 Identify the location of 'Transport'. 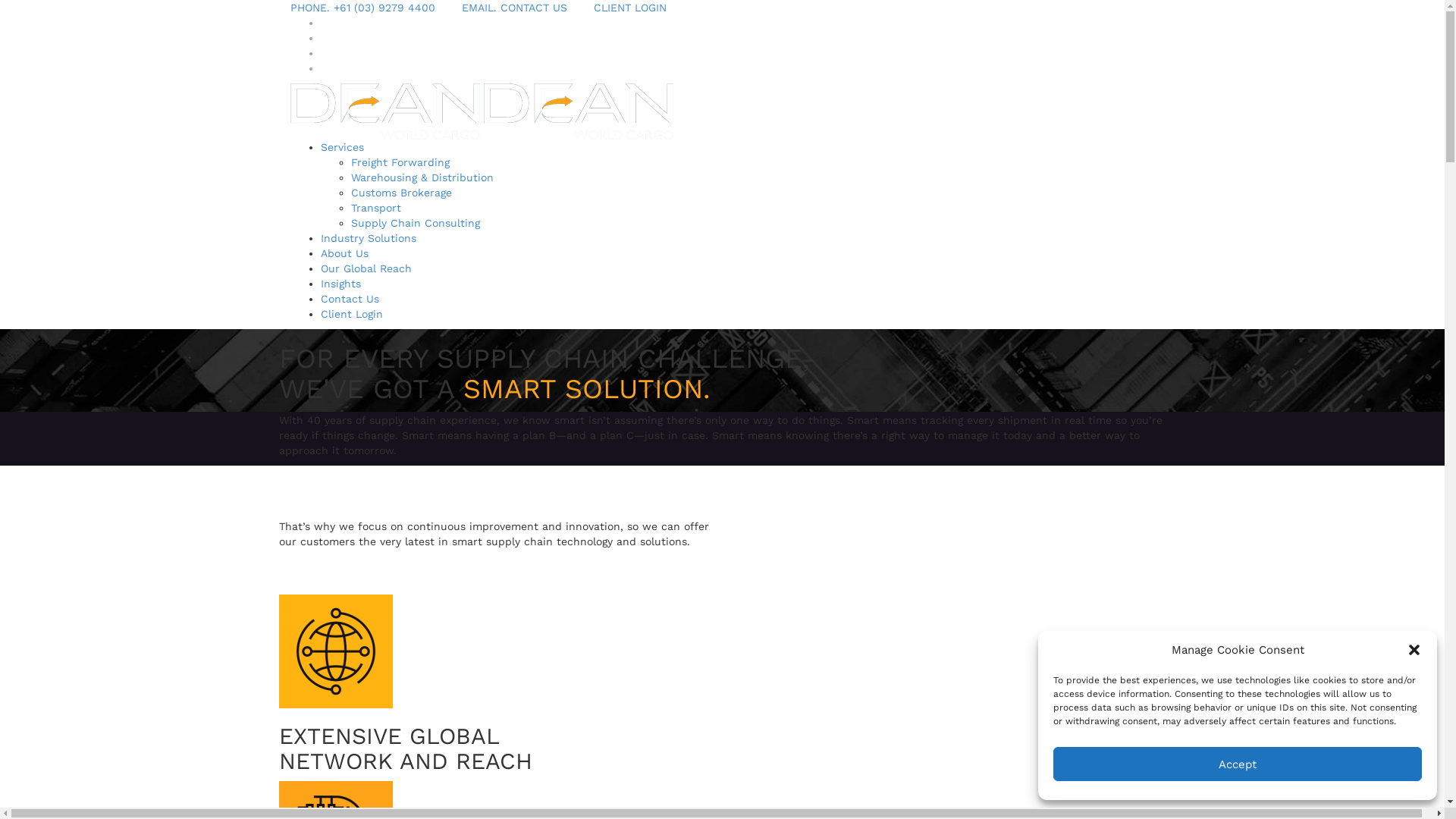
(349, 207).